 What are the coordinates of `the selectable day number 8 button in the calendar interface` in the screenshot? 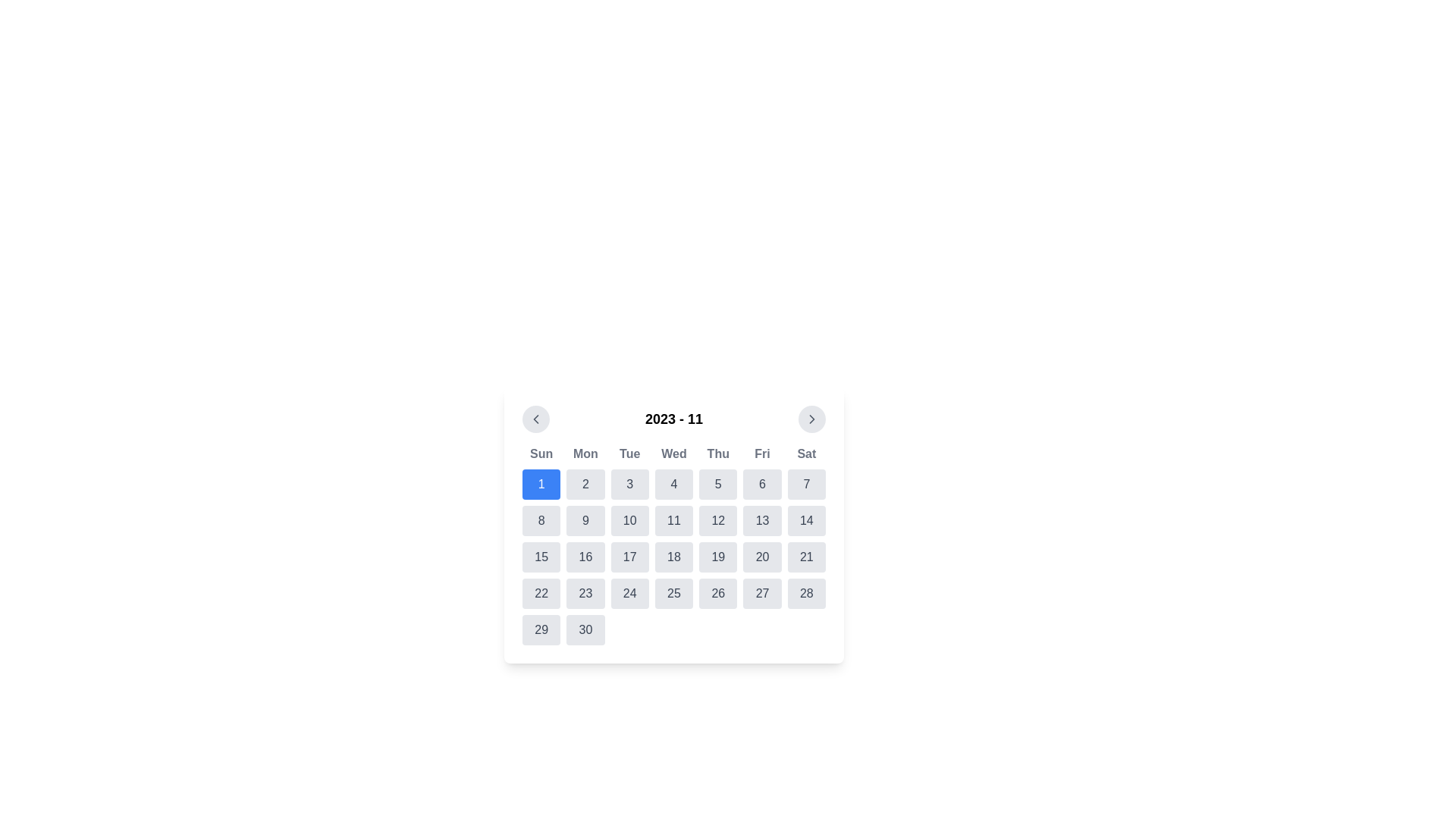 It's located at (541, 519).